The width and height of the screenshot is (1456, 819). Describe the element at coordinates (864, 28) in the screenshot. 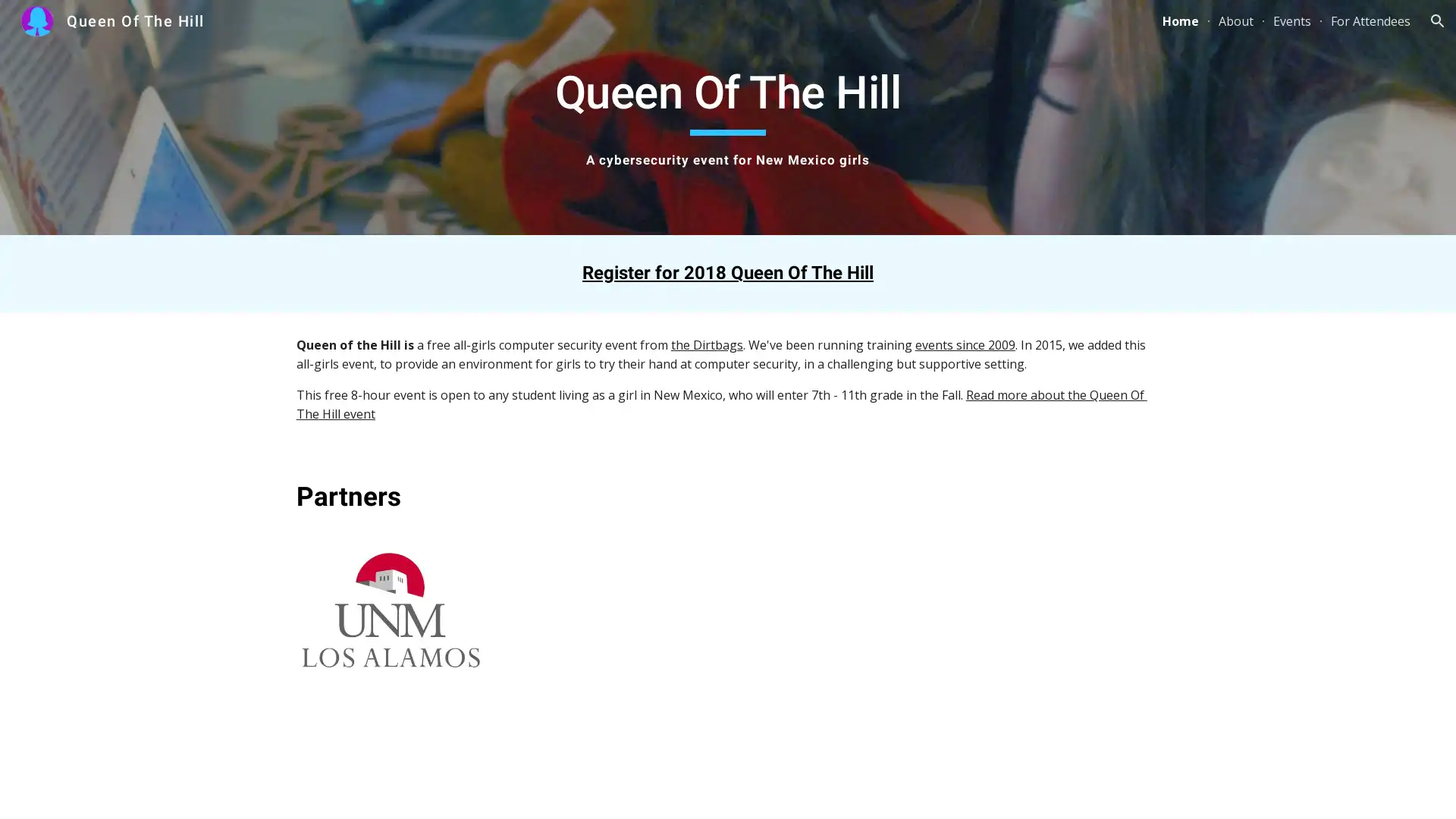

I see `Skip to navigation` at that location.